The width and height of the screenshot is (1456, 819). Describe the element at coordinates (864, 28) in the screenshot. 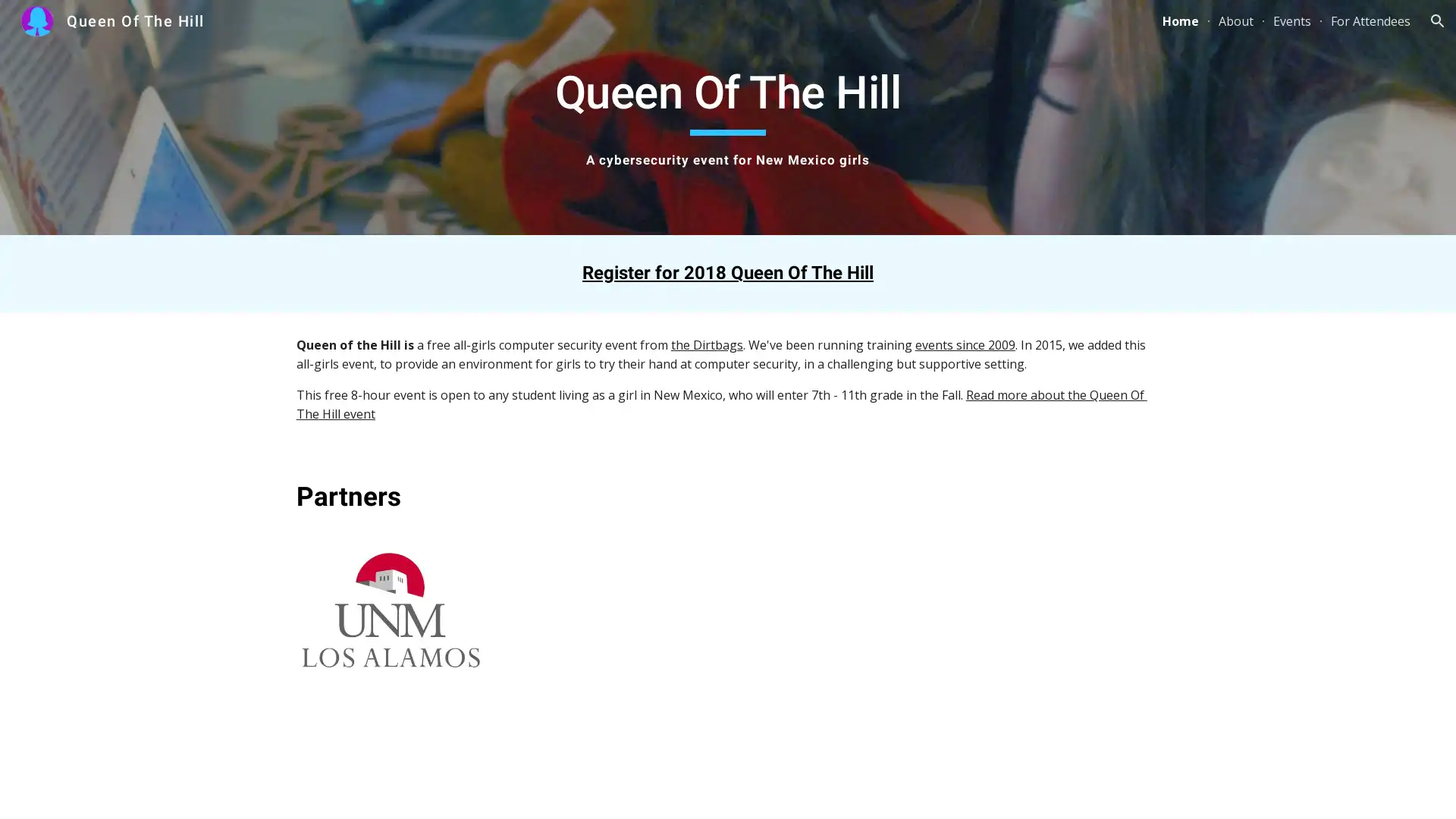

I see `Skip to navigation` at that location.